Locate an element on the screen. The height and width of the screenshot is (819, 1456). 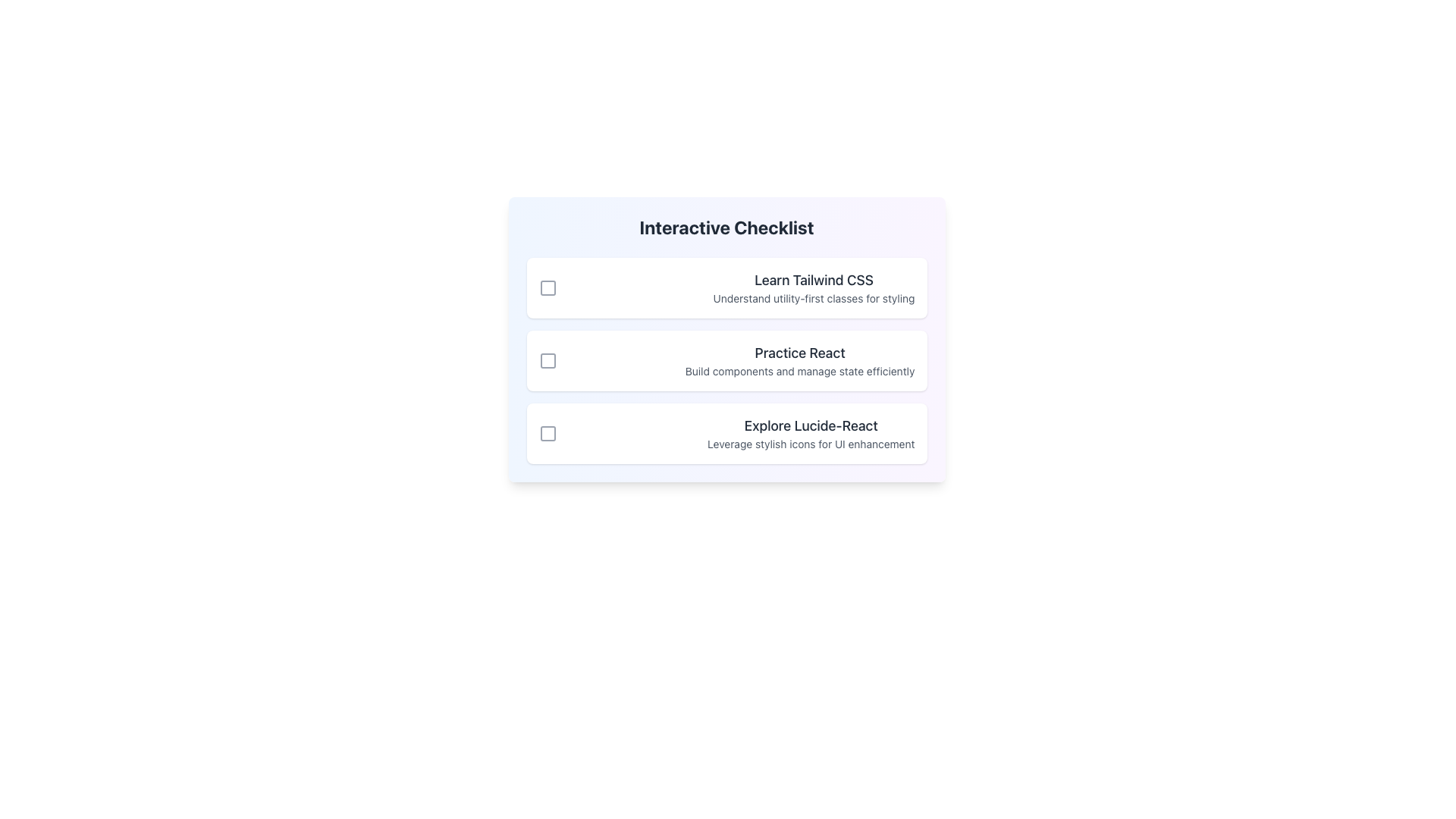
the first checkbox in the 'Interactive Checklist' is located at coordinates (547, 288).